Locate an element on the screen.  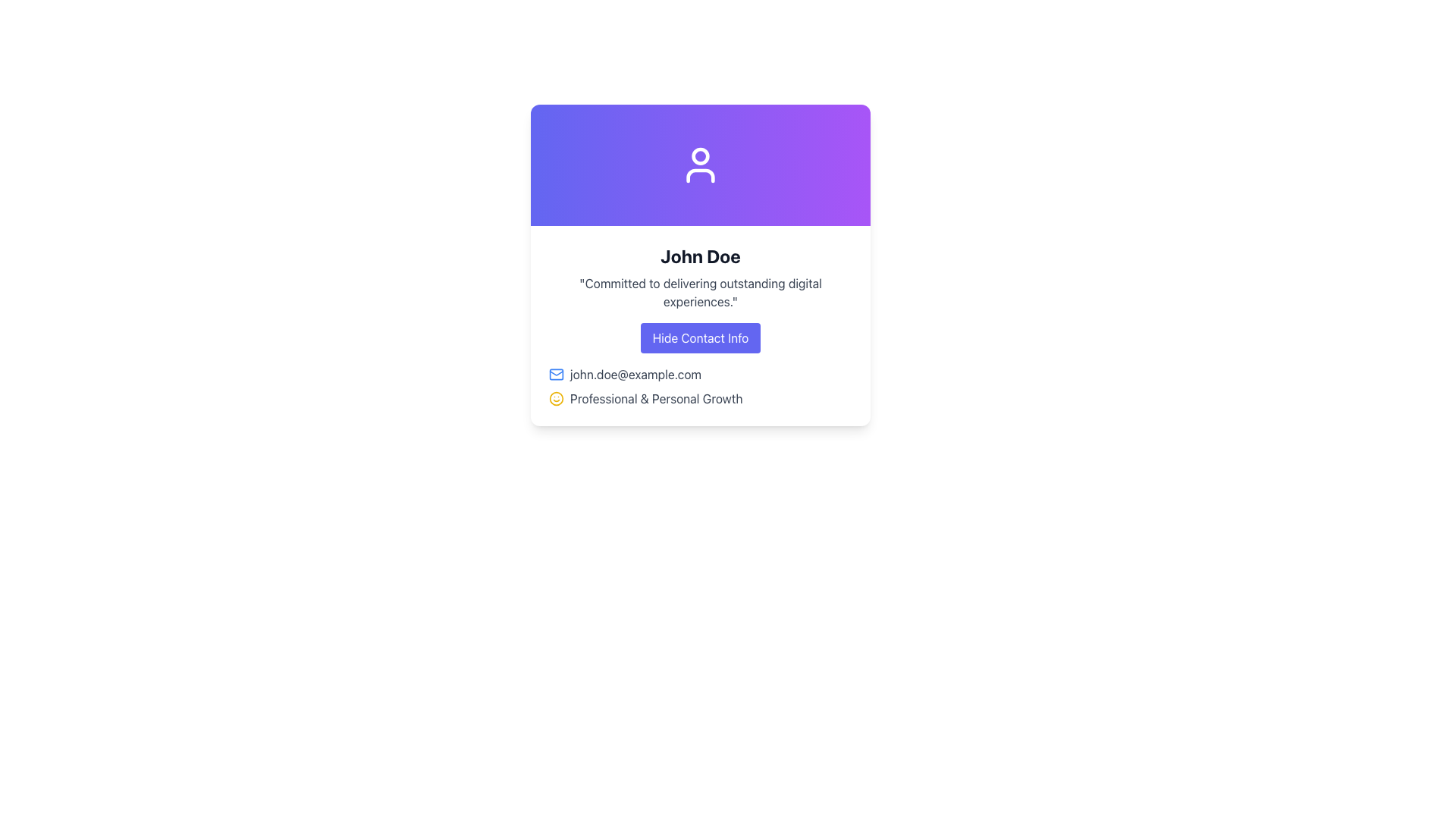
the SVG Circle that represents the head in the user profile icon, located at the top section of the card layout is located at coordinates (700, 155).